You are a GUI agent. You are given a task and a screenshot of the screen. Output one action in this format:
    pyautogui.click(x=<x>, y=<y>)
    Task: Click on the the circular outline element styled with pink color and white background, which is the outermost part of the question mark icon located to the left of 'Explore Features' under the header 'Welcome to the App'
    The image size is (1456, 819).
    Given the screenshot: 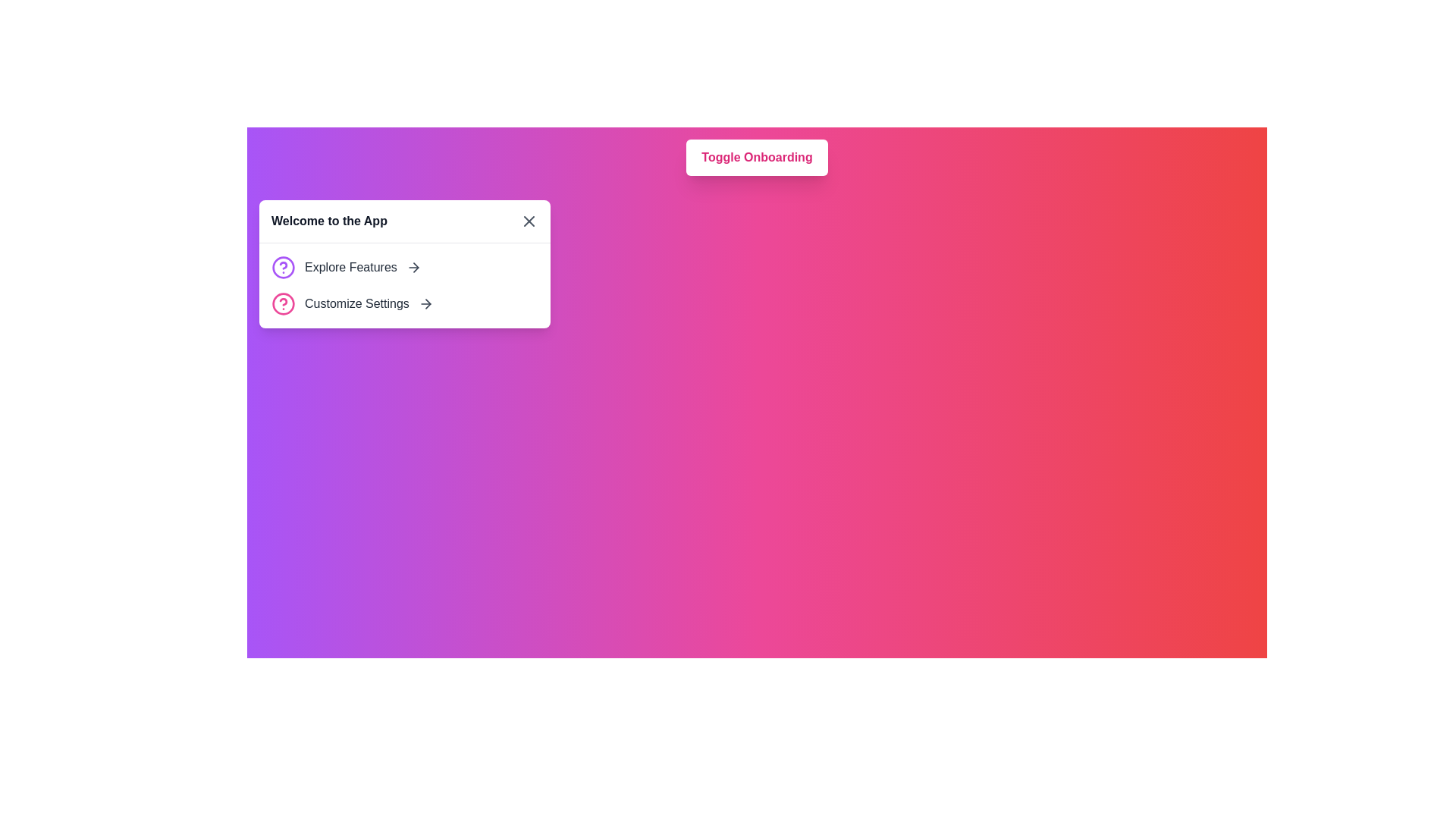 What is the action you would take?
    pyautogui.click(x=284, y=304)
    